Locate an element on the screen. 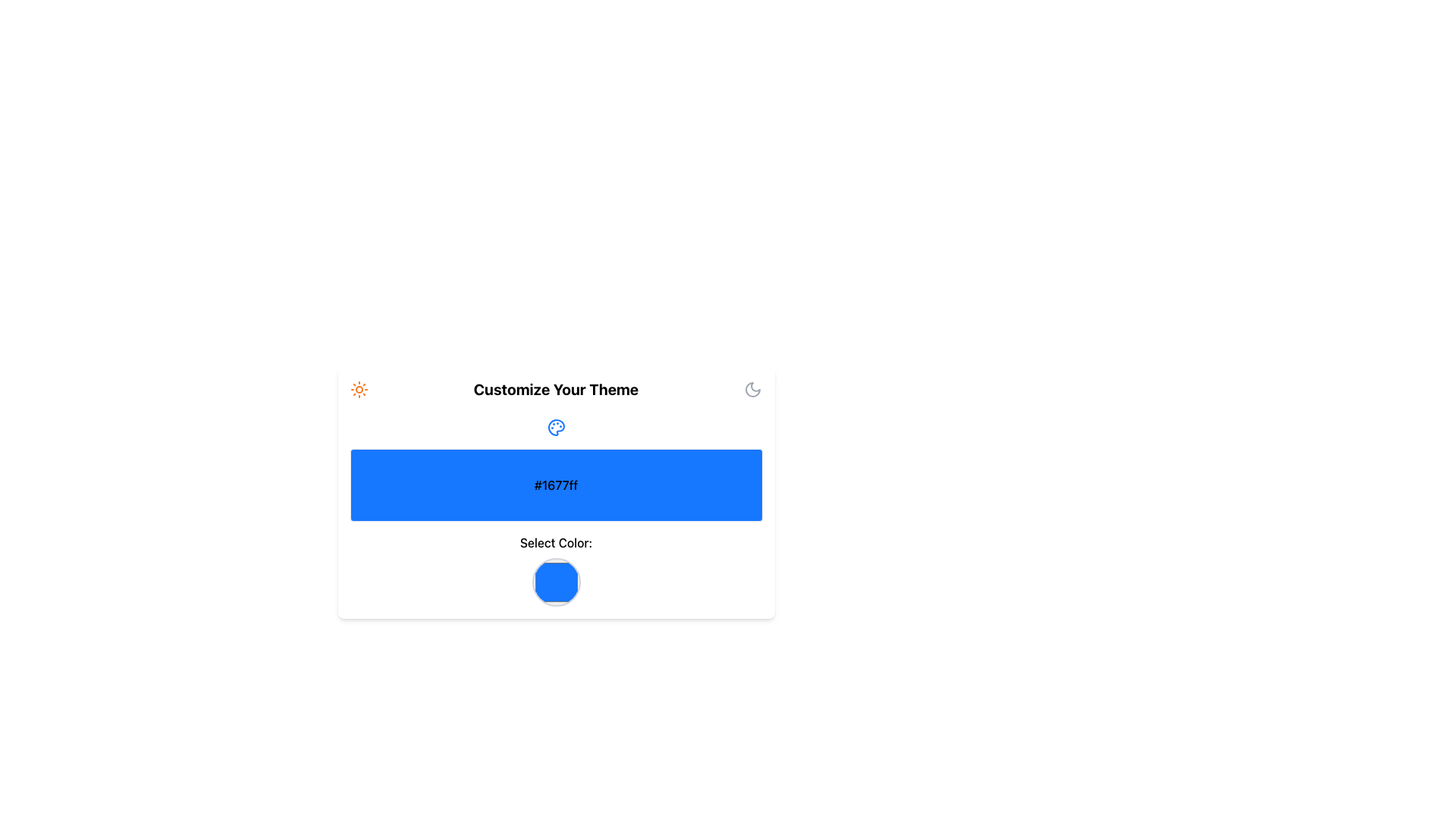 The height and width of the screenshot is (819, 1456). the Text Label indicating the theme customization section to highlight it for the user is located at coordinates (555, 388).